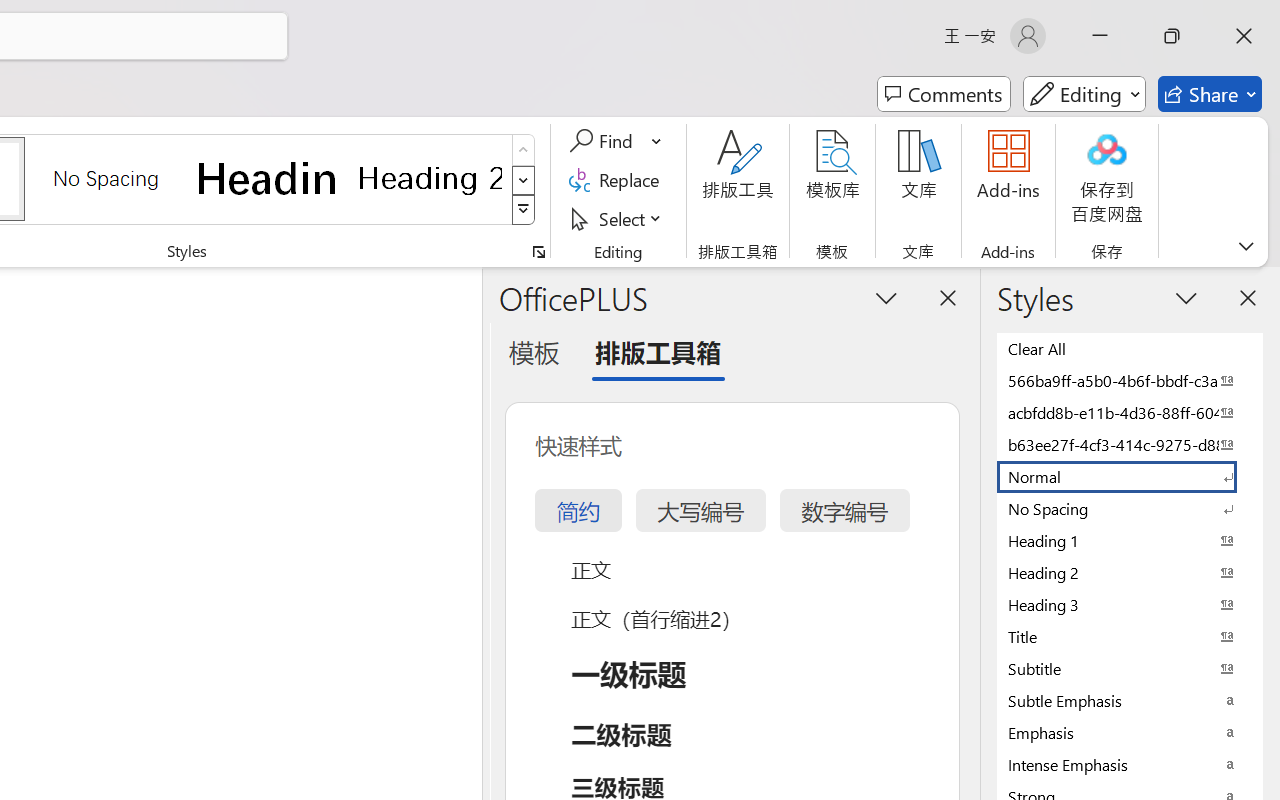  Describe the element at coordinates (1130, 443) in the screenshot. I see `'b63ee27f-4cf3-414c-9275-d88e3f90795e'` at that location.